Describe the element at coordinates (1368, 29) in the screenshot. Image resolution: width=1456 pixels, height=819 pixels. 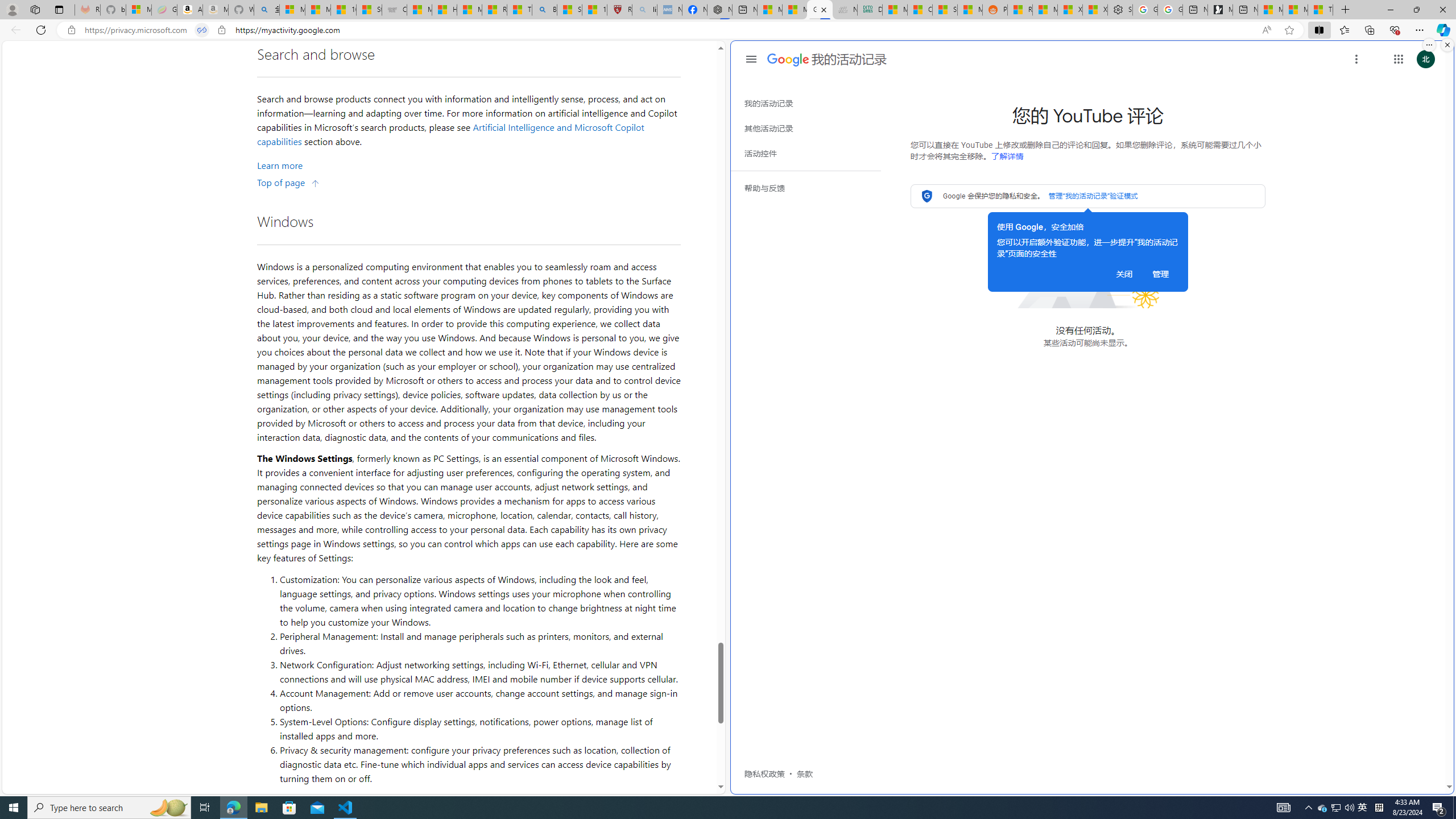
I see `'Collections'` at that location.